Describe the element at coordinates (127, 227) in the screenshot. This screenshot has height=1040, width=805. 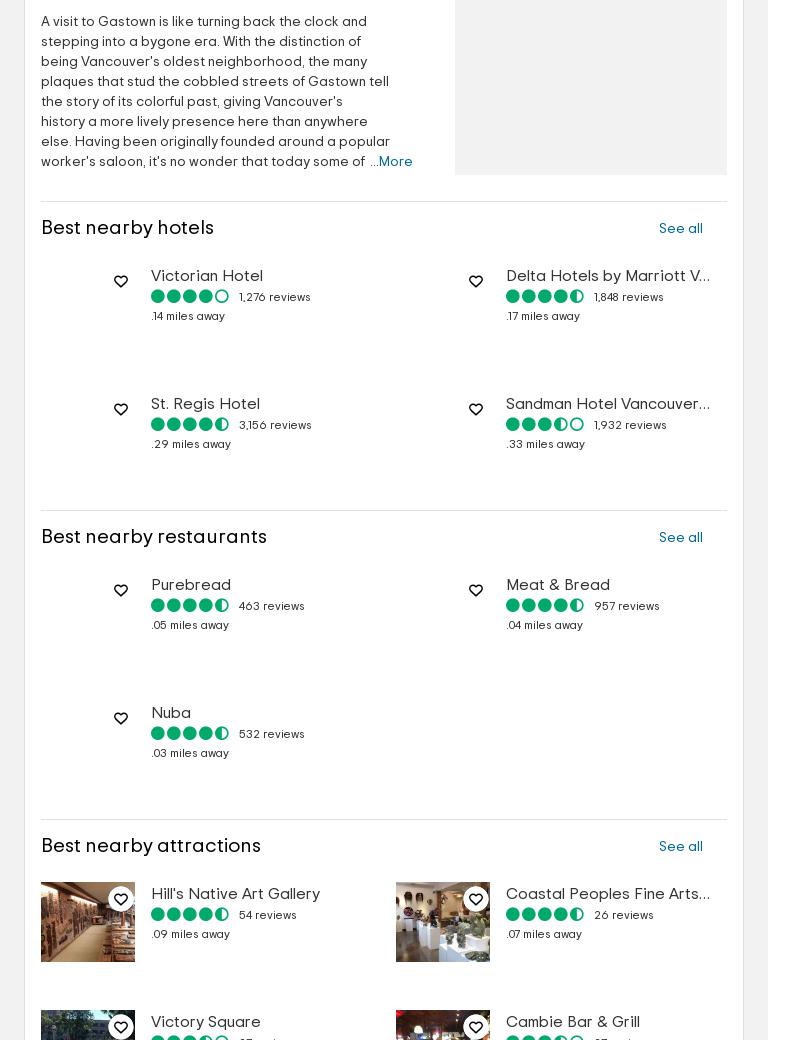
I see `'Best nearby hotels'` at that location.